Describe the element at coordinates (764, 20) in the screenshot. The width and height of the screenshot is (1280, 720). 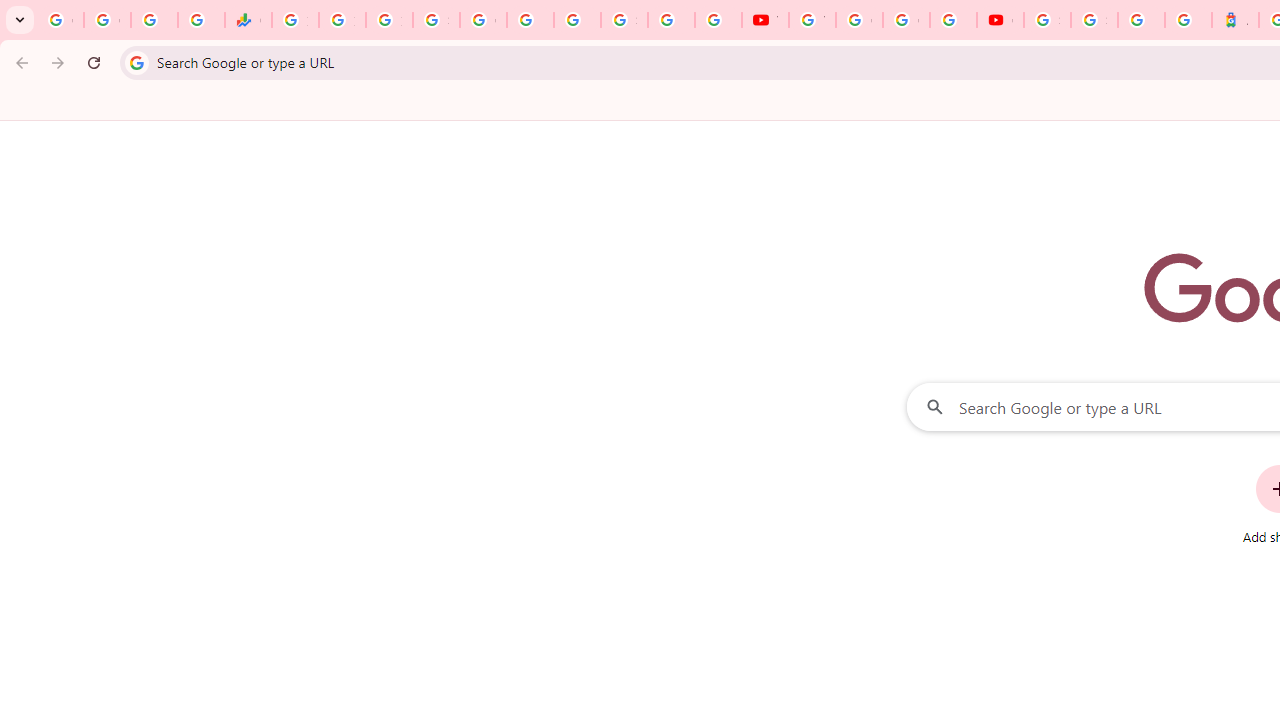
I see `'YouTube'` at that location.